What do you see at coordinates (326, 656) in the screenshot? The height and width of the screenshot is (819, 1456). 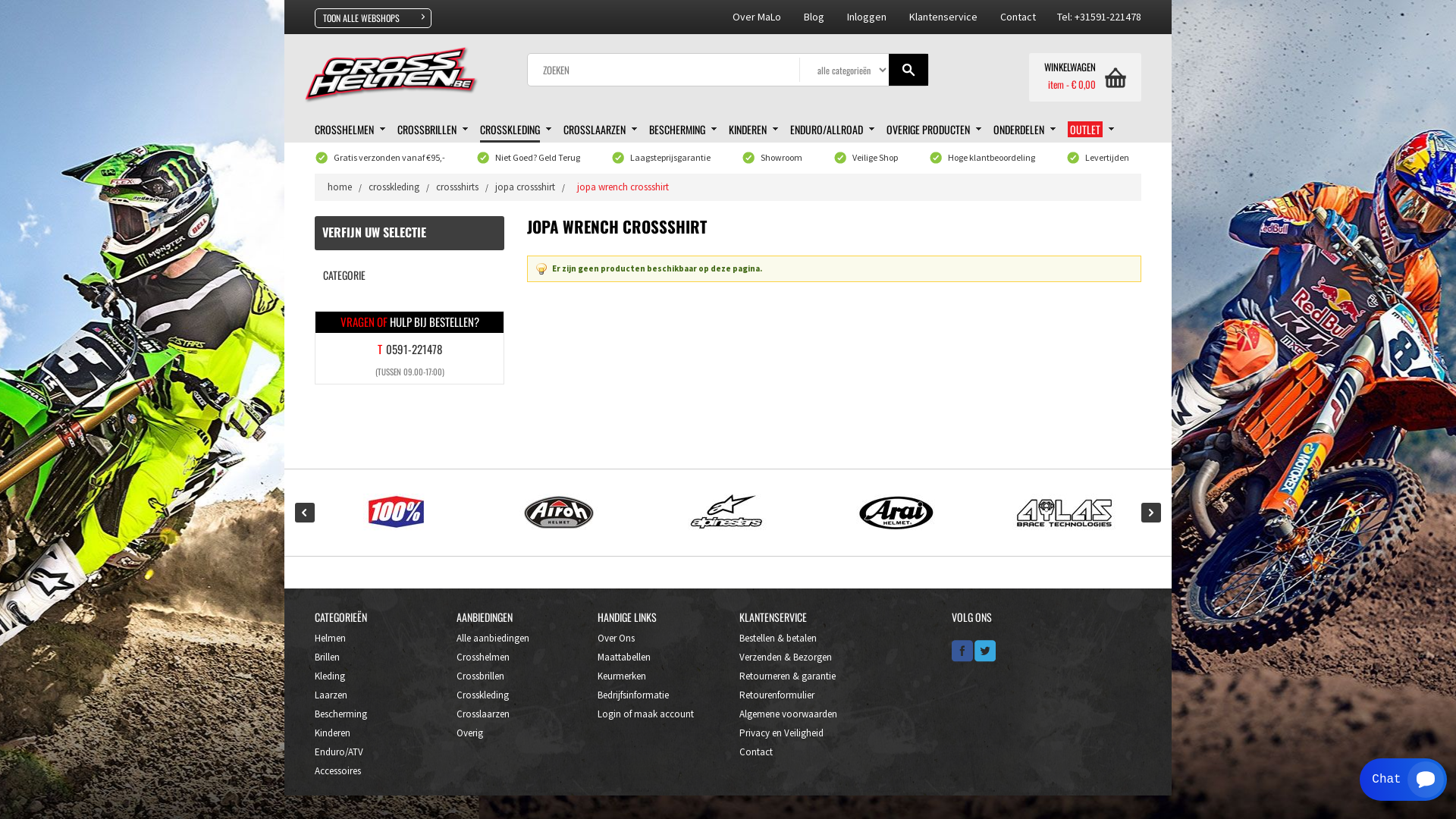 I see `'Brillen'` at bounding box center [326, 656].